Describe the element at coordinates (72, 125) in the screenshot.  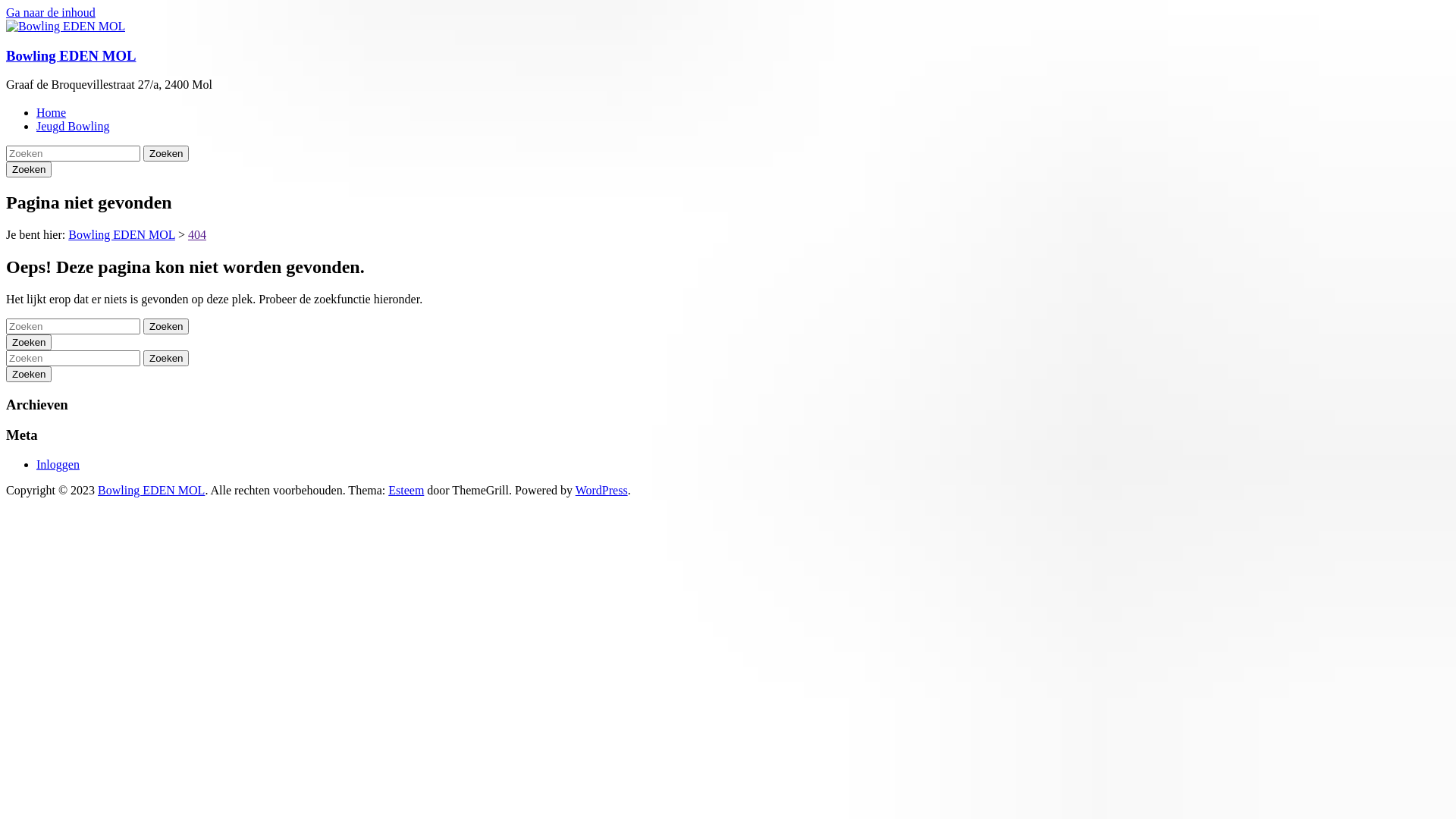
I see `'Jeugd Bowling'` at that location.